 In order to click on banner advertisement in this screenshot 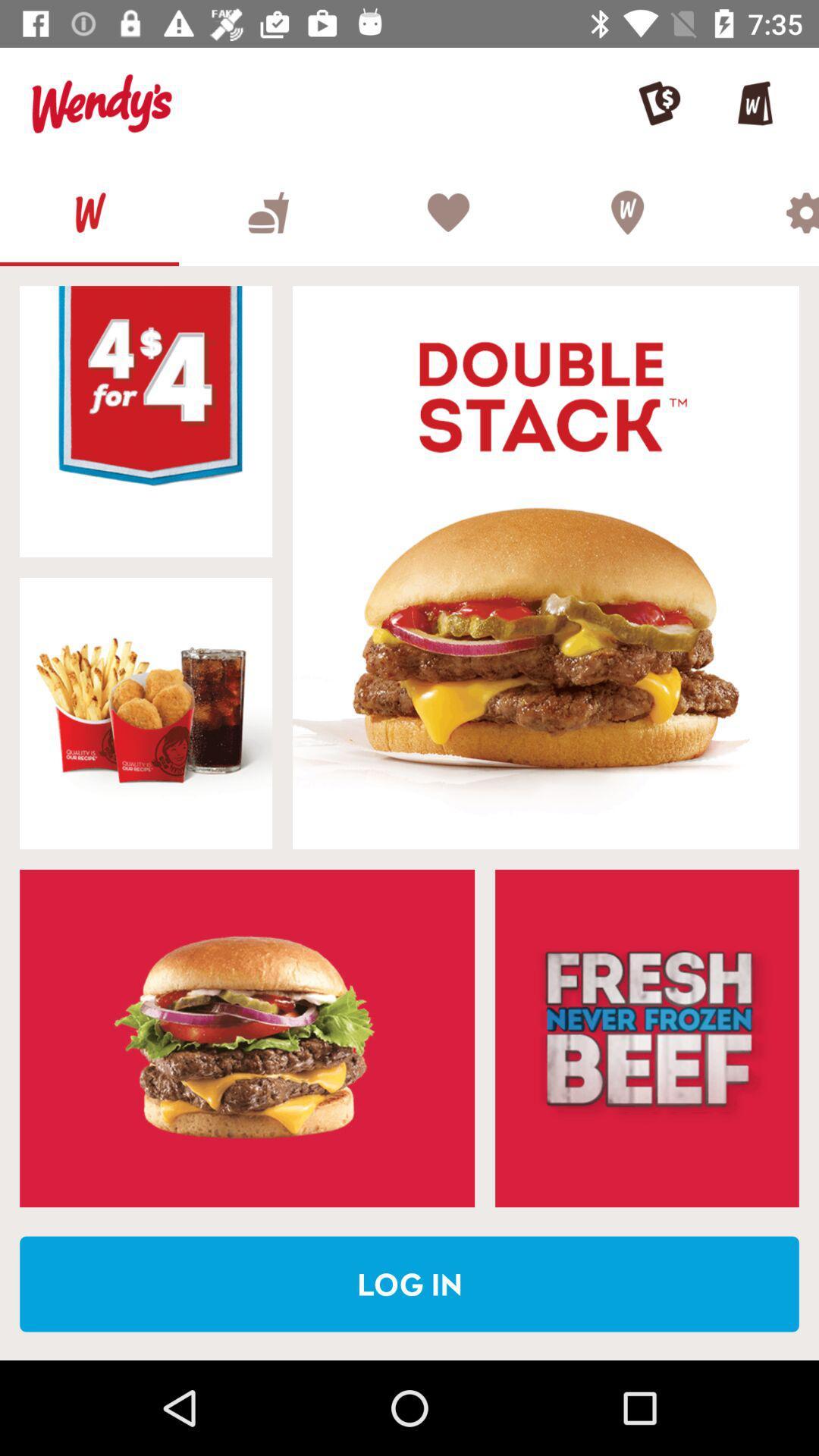, I will do `click(146, 422)`.